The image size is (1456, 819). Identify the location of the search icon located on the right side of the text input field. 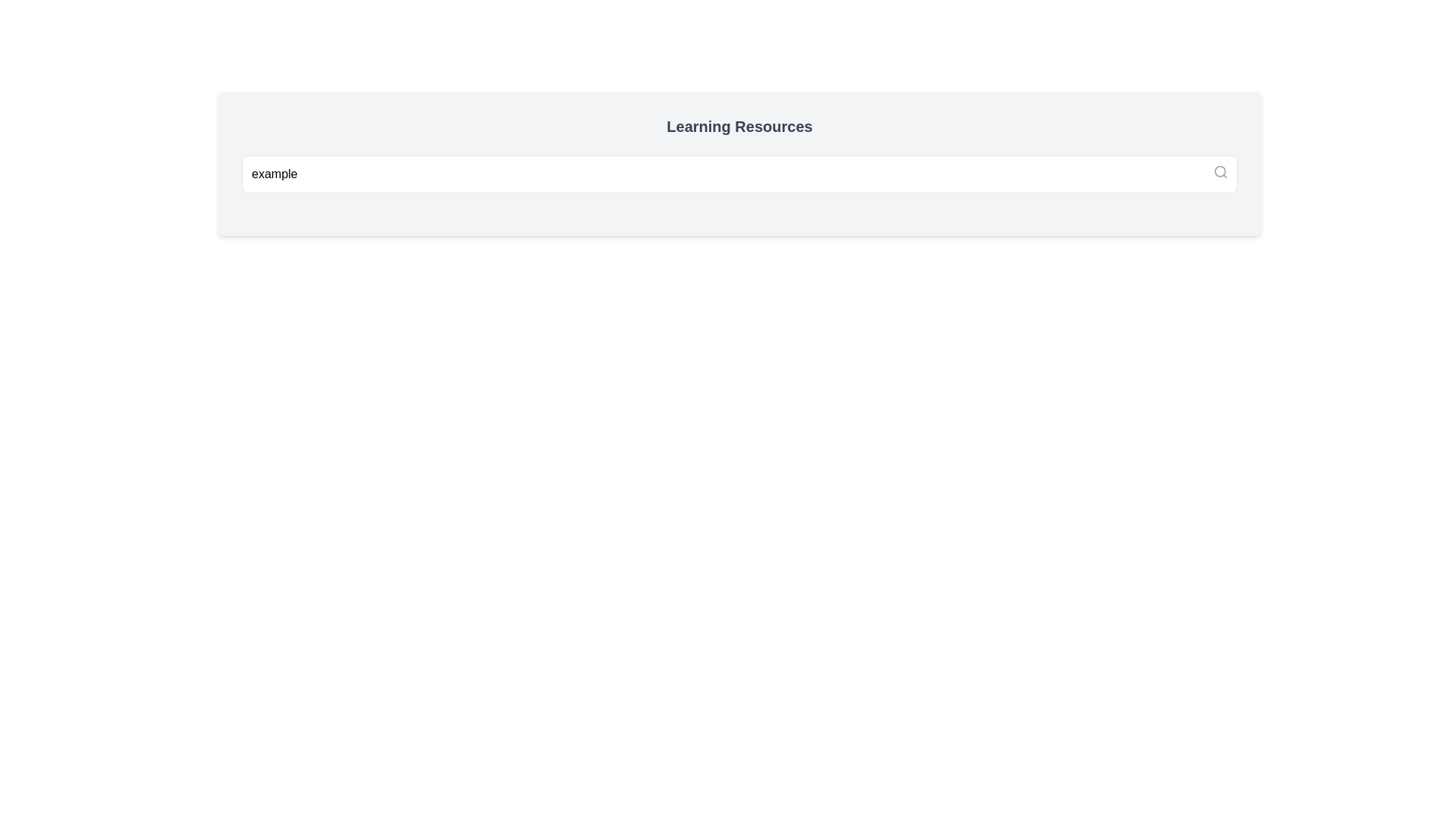
(1220, 171).